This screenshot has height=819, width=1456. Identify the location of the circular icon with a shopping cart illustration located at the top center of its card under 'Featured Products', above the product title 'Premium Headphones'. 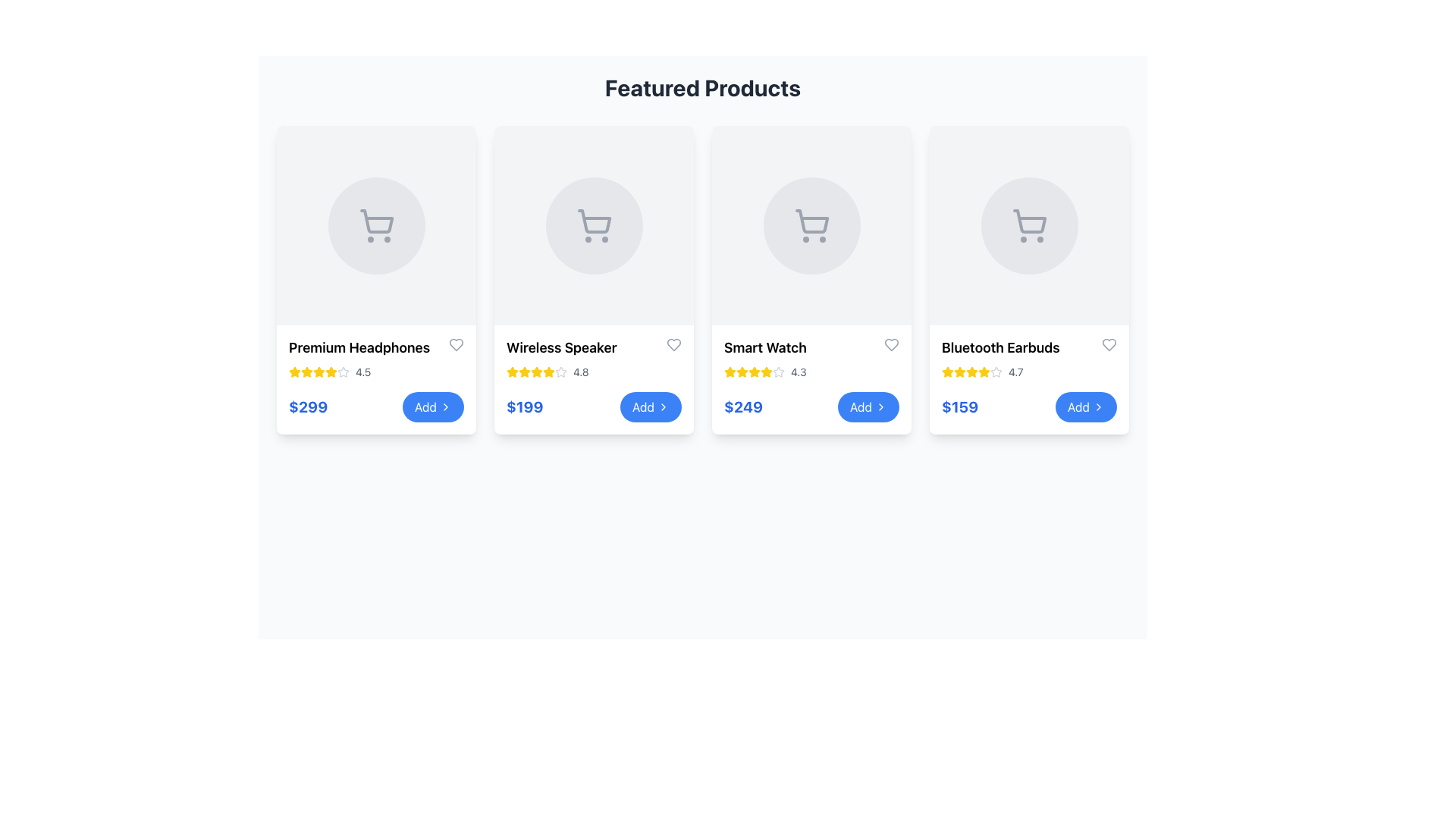
(376, 225).